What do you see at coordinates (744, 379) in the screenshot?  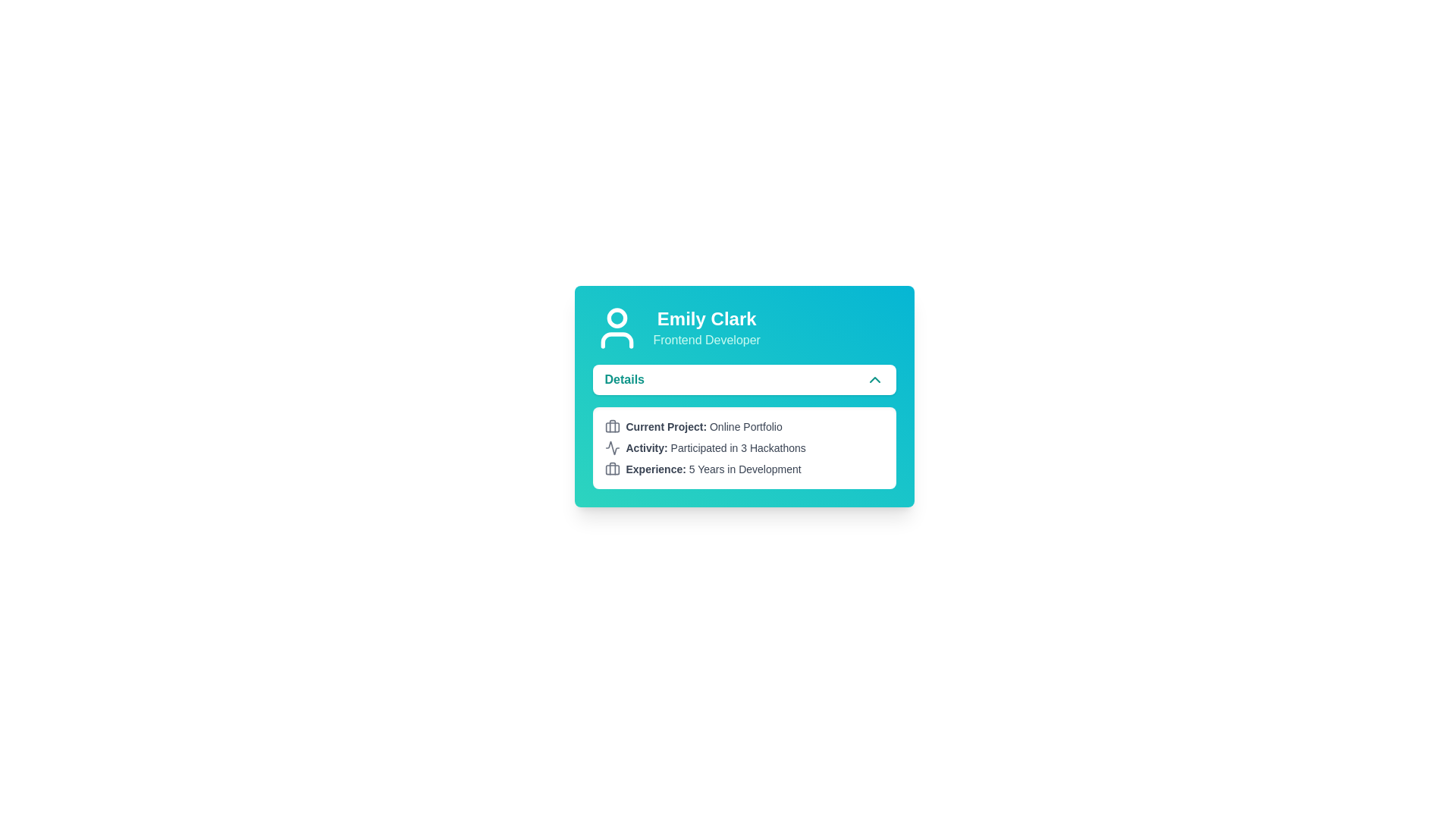 I see `the toggle button located centrally within the card UI component` at bounding box center [744, 379].